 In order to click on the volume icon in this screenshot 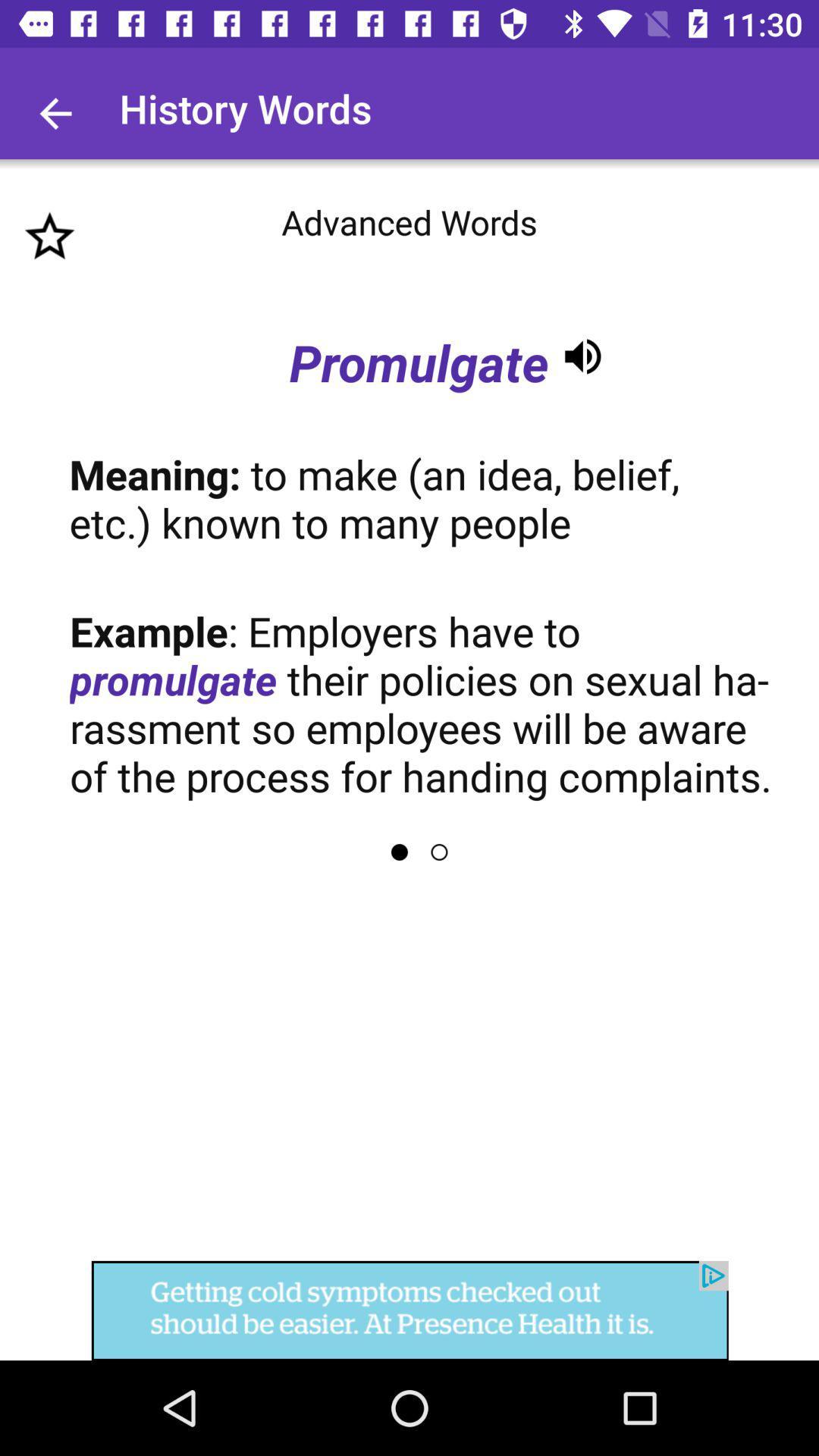, I will do `click(582, 356)`.